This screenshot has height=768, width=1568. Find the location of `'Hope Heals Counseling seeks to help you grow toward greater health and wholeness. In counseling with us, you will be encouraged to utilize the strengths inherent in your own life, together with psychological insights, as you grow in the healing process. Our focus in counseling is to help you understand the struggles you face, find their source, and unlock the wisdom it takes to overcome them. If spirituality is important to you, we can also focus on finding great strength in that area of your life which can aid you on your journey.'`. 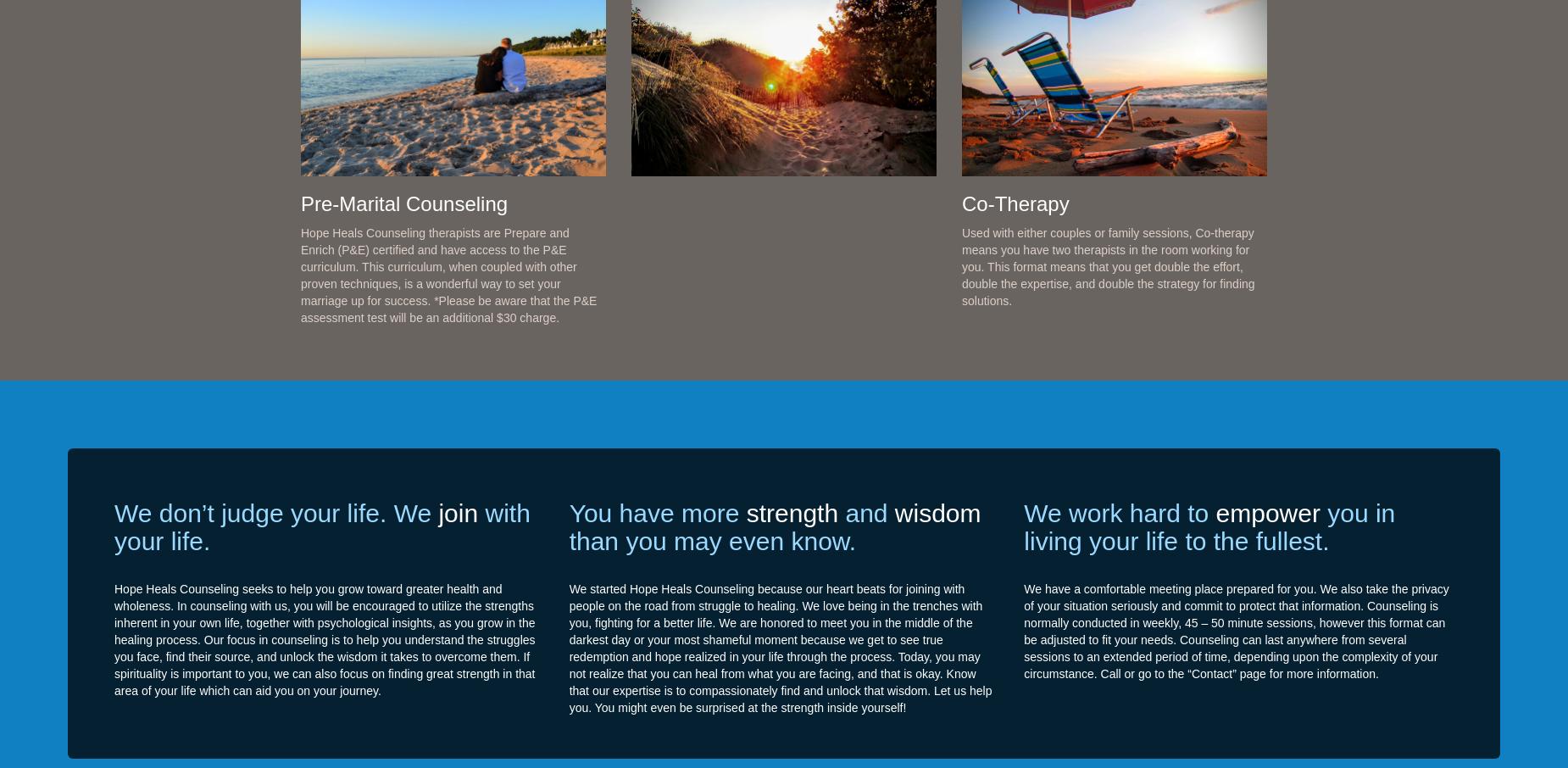

'Hope Heals Counseling seeks to help you grow toward greater health and wholeness. In counseling with us, you will be encouraged to utilize the strengths inherent in your own life, together with psychological insights, as you grow in the healing process. Our focus in counseling is to help you understand the struggles you face, find their source, and unlock the wisdom it takes to overcome them. If spirituality is important to you, we can also focus on finding great strength in that area of your life which can aid you on your journey.' is located at coordinates (323, 637).